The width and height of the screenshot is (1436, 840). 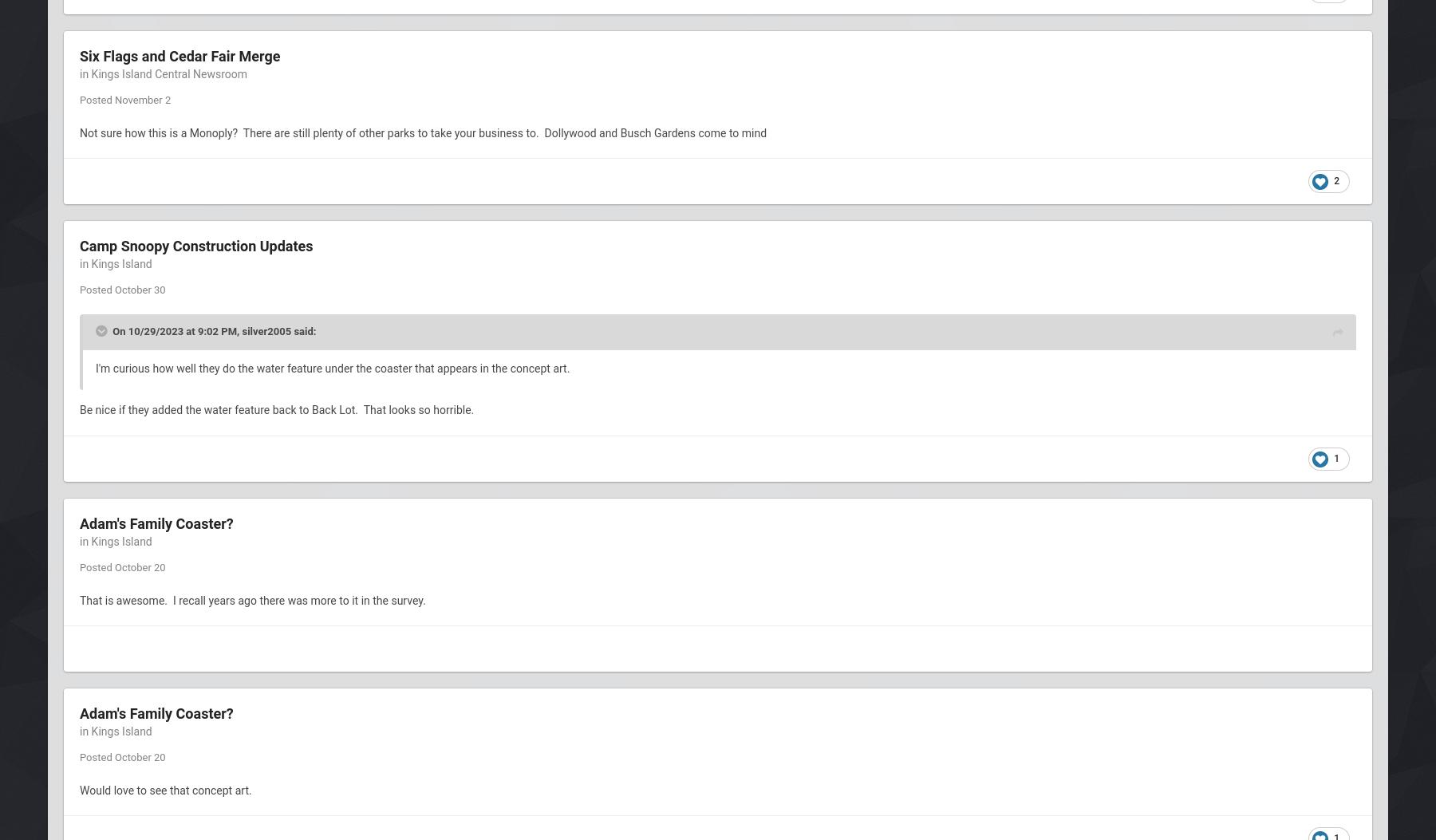 I want to click on 'Camp Snoopy Construction Updates', so click(x=195, y=246).